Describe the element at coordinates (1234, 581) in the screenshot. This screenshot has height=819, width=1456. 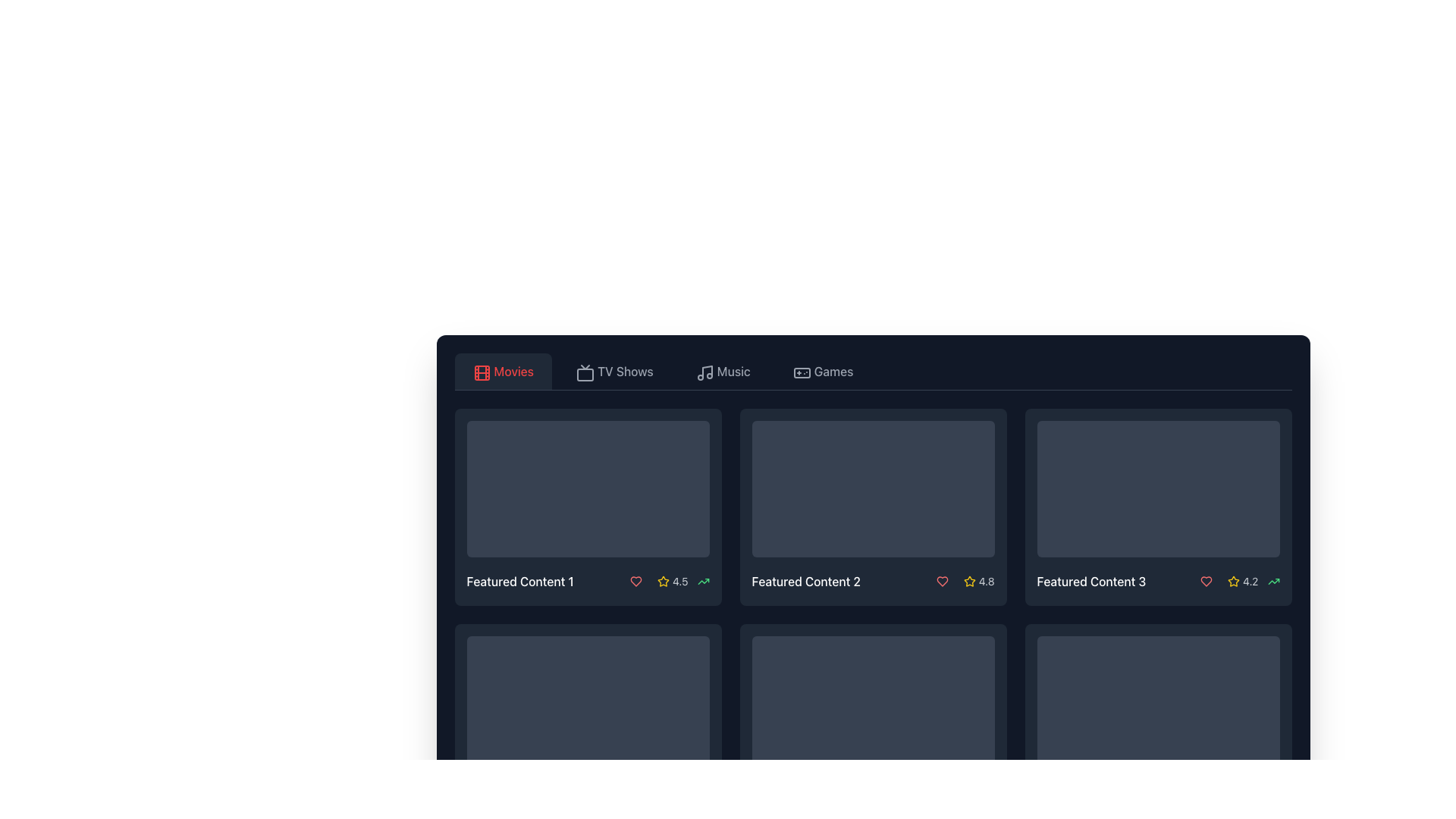
I see `the rating icon located at the bottom section of the 'Featured Content 3' card, adjacent to the numerical rating '4.2'` at that location.